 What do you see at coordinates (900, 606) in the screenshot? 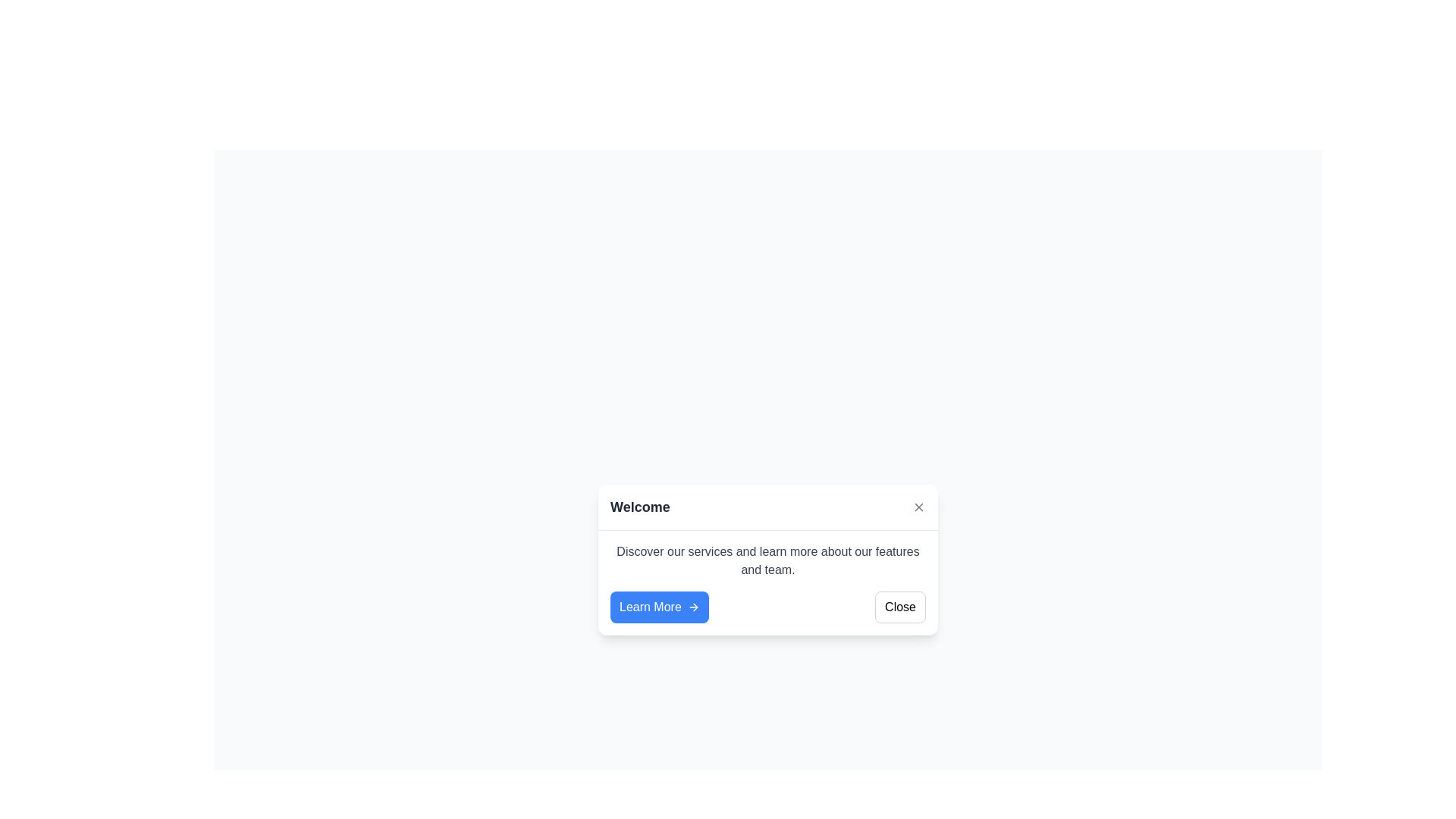
I see `the 'Close' button located at the bottom right of the modal` at bounding box center [900, 606].